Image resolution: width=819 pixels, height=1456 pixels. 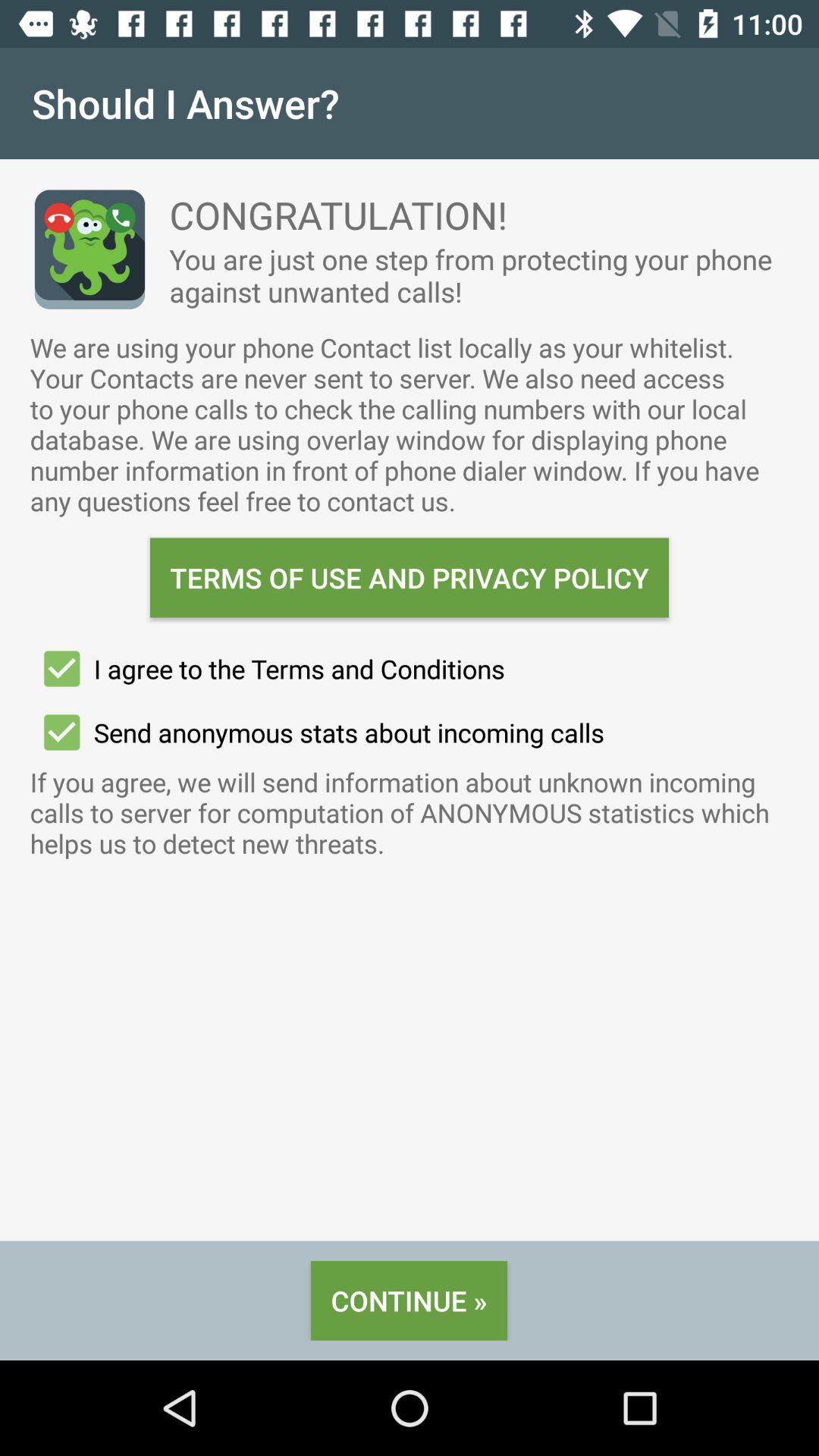 What do you see at coordinates (409, 577) in the screenshot?
I see `icon above i agree to` at bounding box center [409, 577].